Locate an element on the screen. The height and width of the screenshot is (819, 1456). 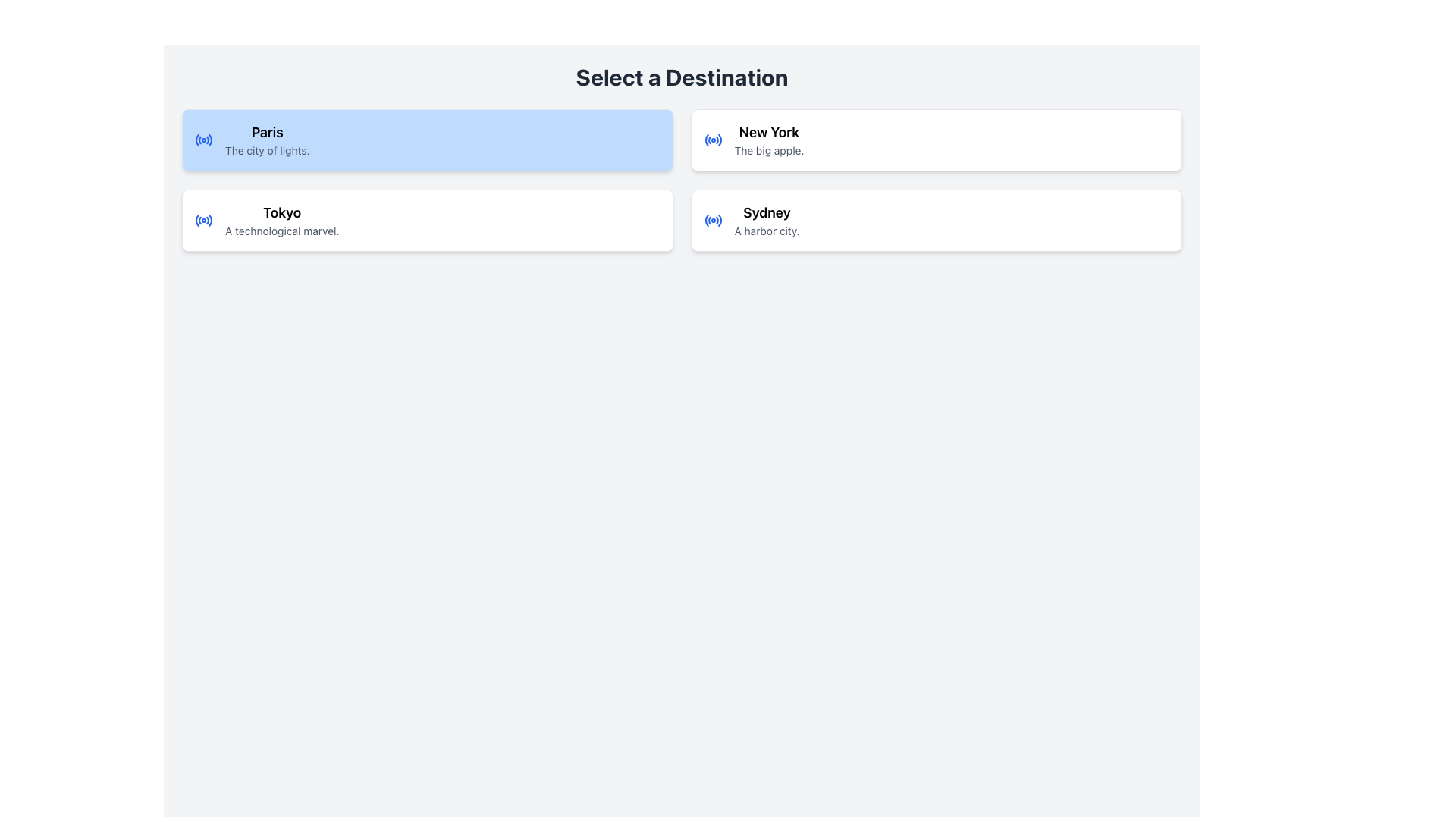
the Tokyo information card located in the second row, first column of a 2x2 grid layout is located at coordinates (426, 220).